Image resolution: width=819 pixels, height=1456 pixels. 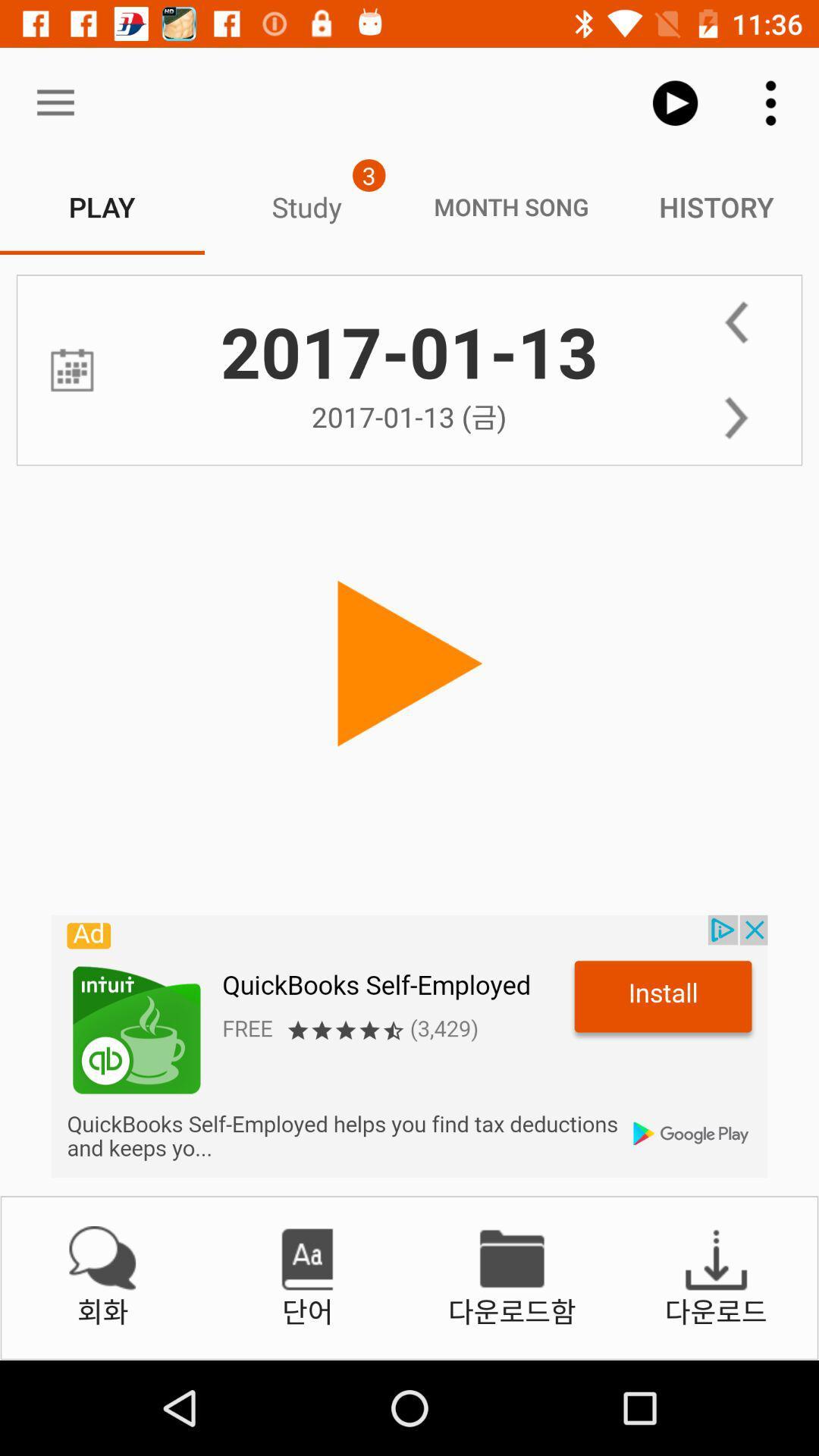 I want to click on colender option, so click(x=72, y=370).